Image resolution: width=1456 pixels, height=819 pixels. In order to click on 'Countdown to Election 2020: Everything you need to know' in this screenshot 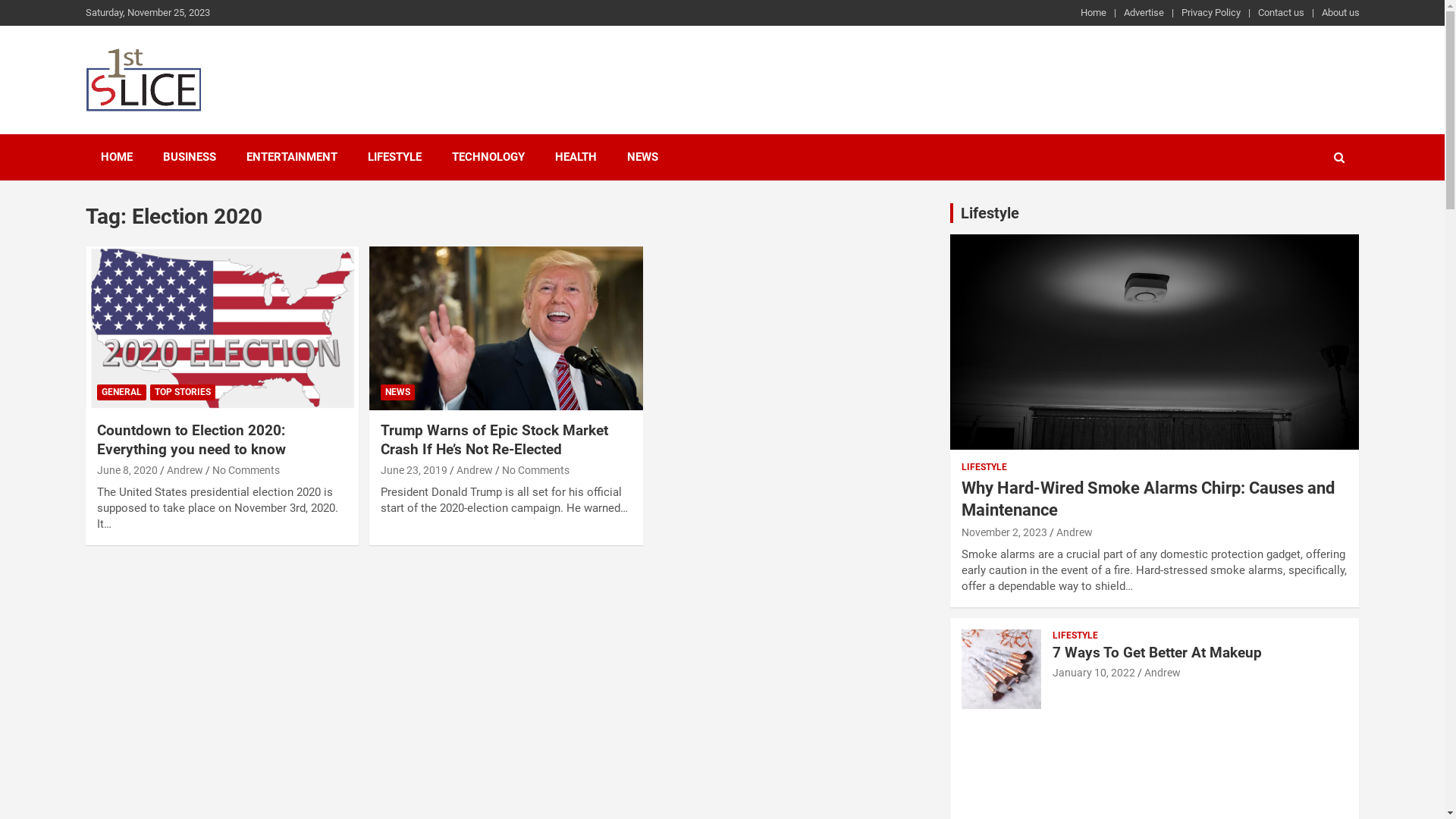, I will do `click(190, 439)`.